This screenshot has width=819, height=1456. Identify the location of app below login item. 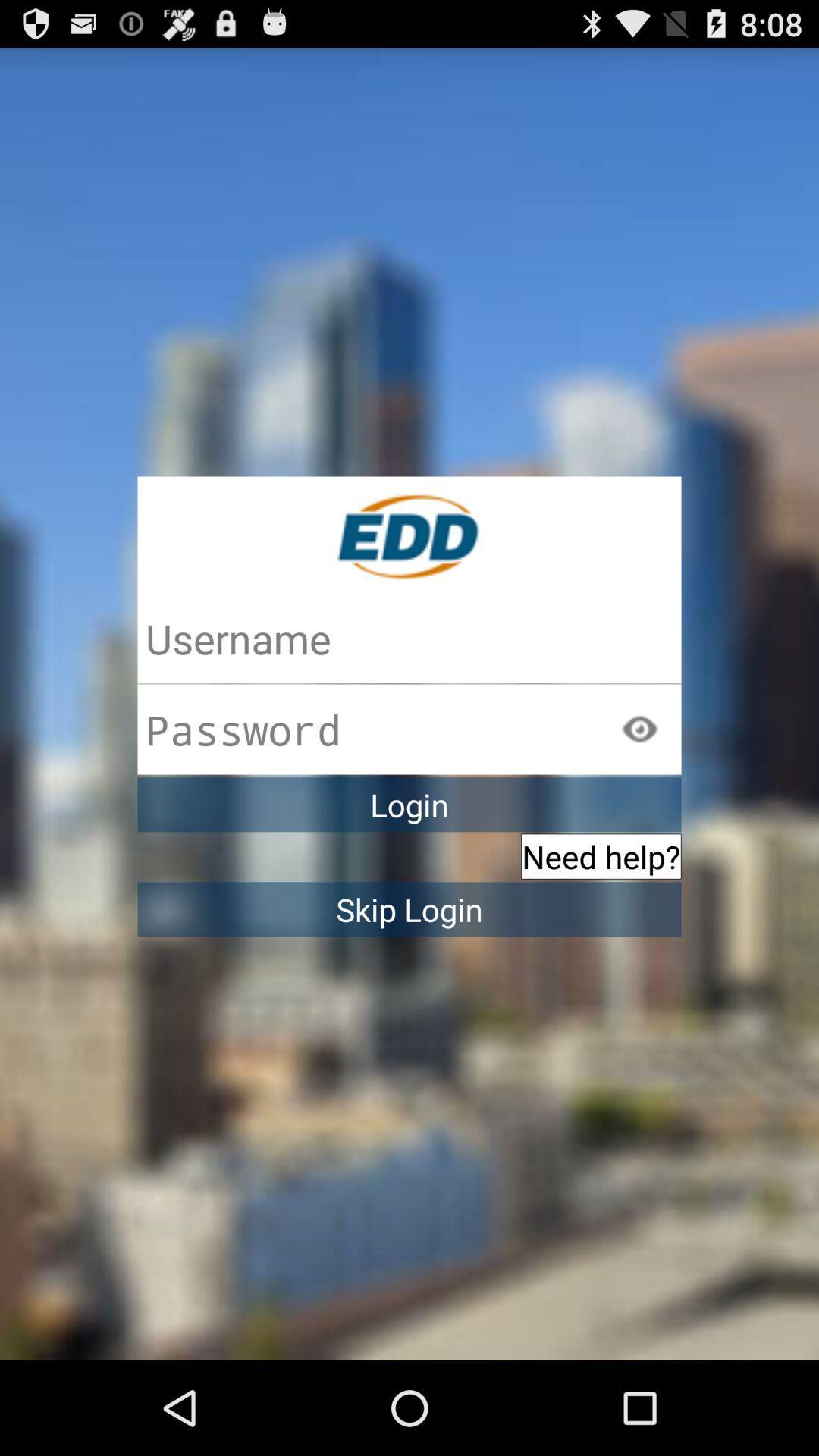
(600, 856).